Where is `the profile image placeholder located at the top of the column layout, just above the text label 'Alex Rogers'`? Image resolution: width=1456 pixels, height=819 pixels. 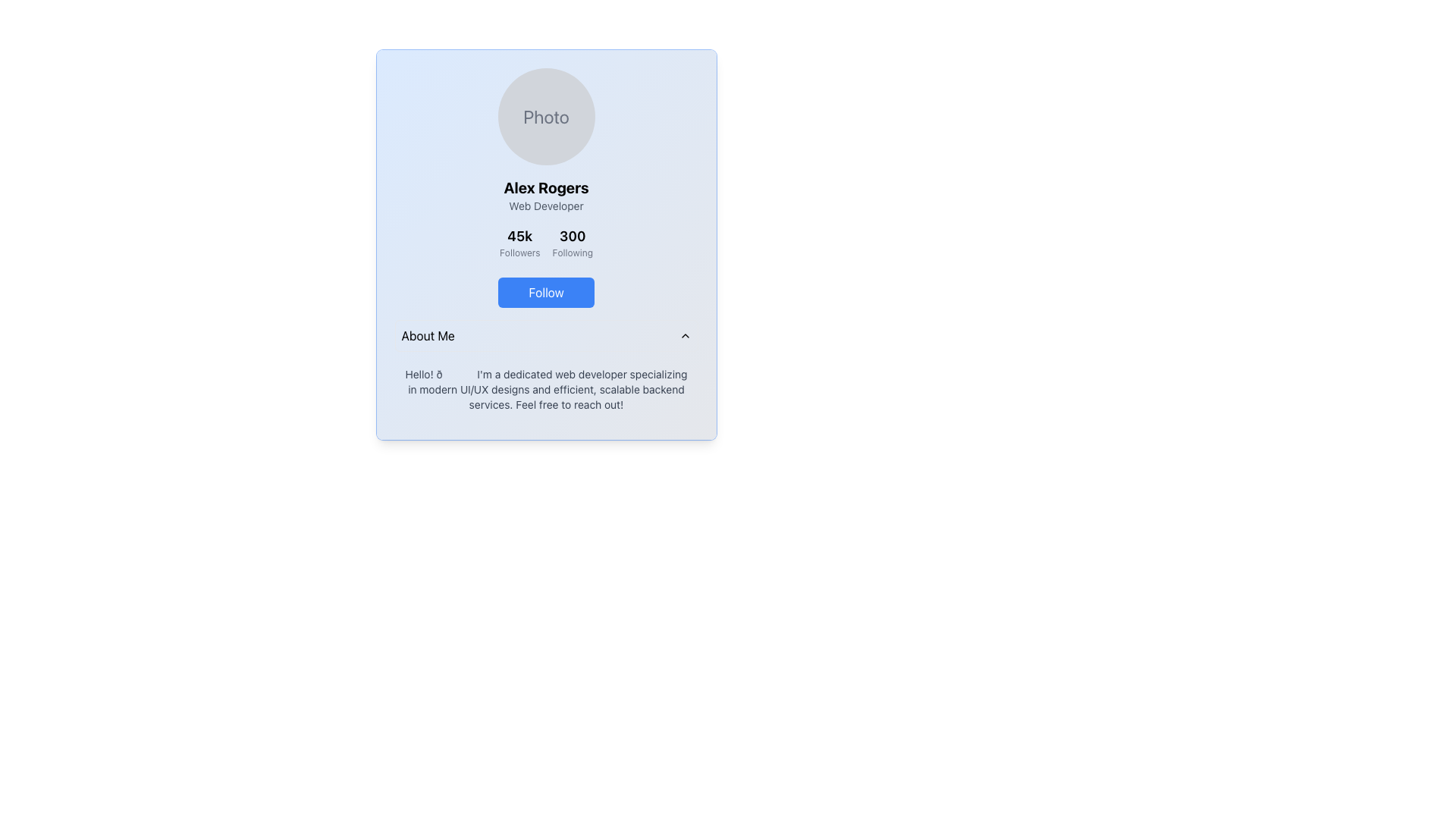
the profile image placeholder located at the top of the column layout, just above the text label 'Alex Rogers' is located at coordinates (546, 116).